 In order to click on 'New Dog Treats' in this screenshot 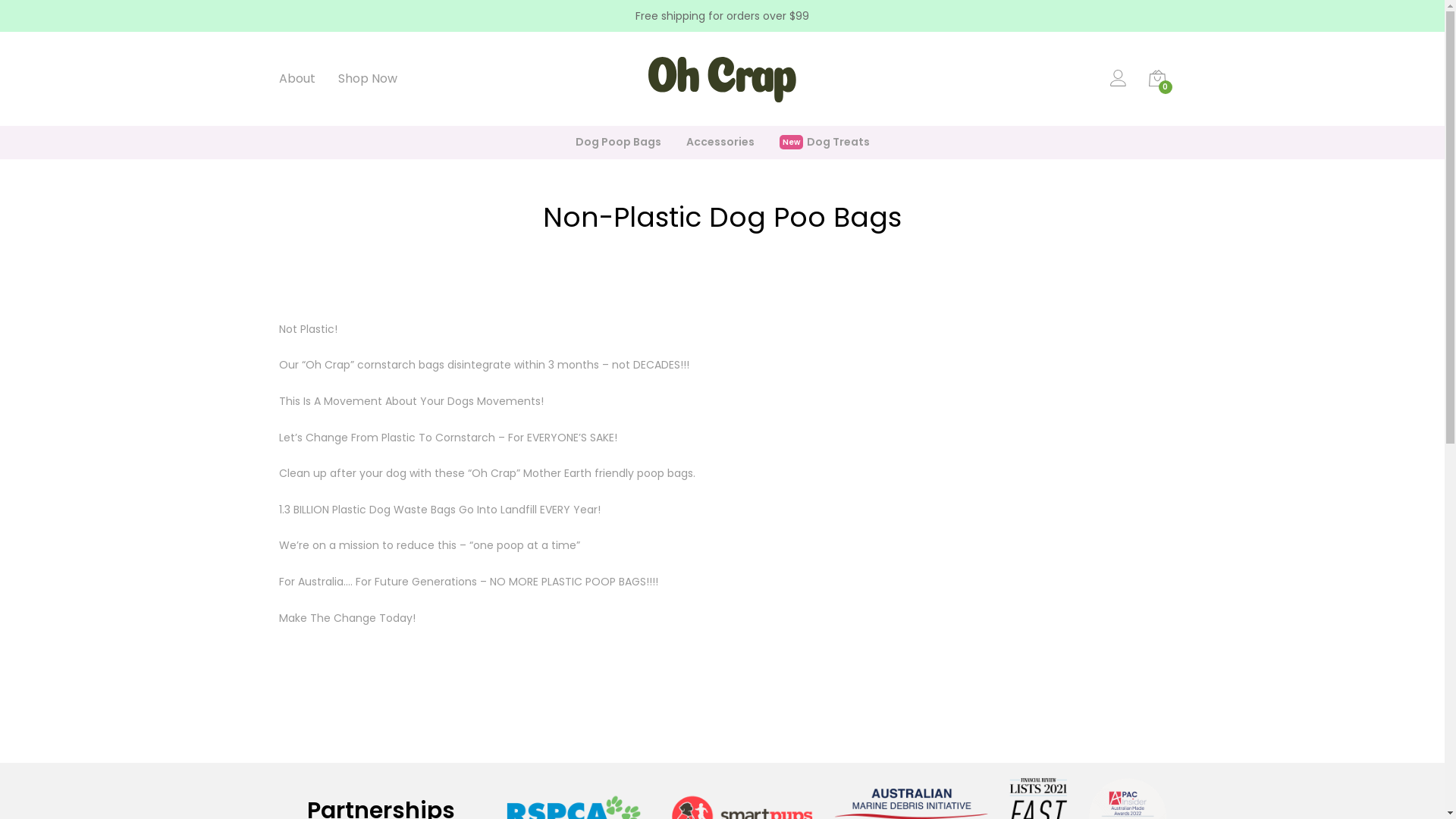, I will do `click(824, 143)`.